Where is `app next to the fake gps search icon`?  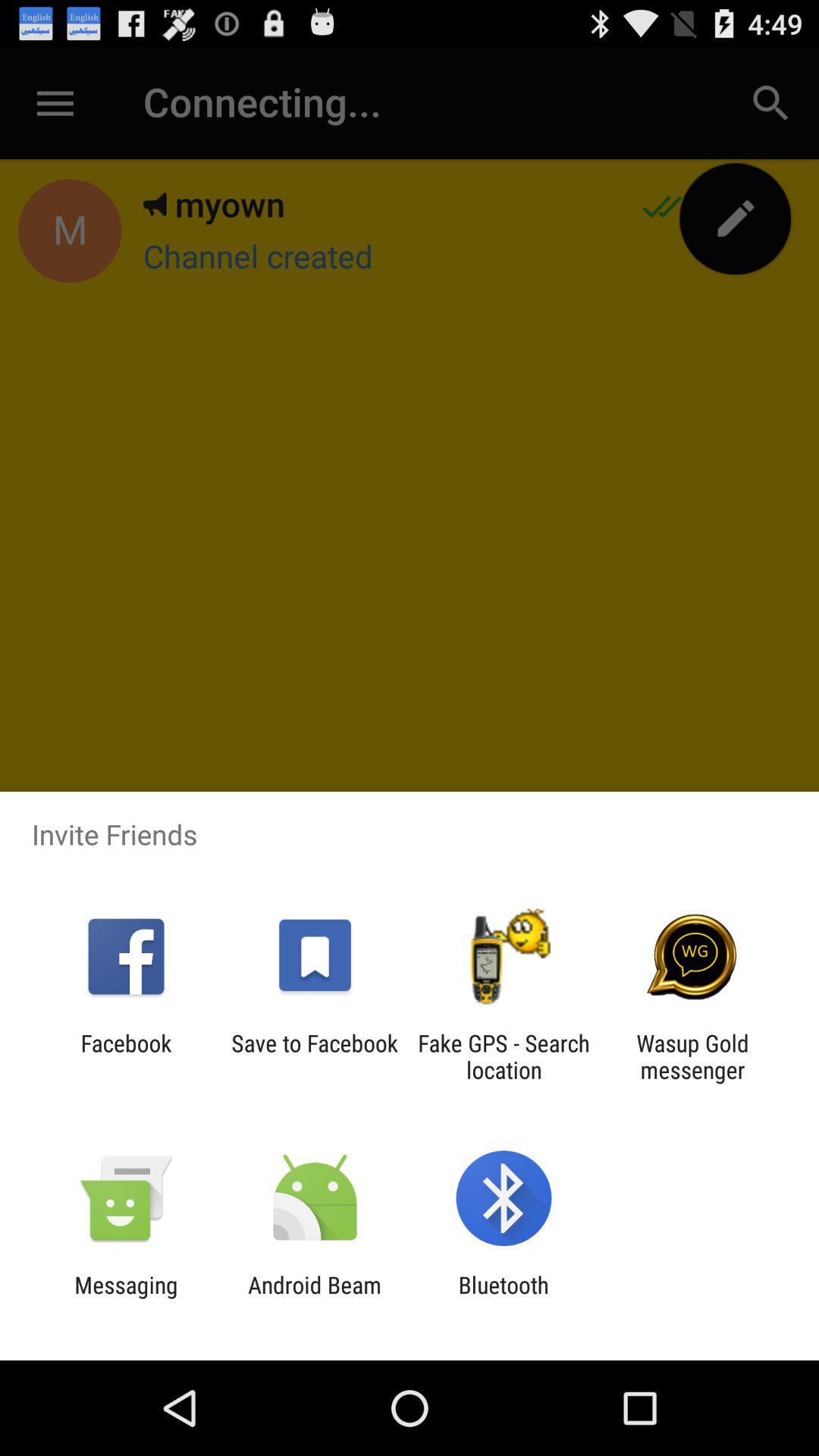 app next to the fake gps search icon is located at coordinates (692, 1056).